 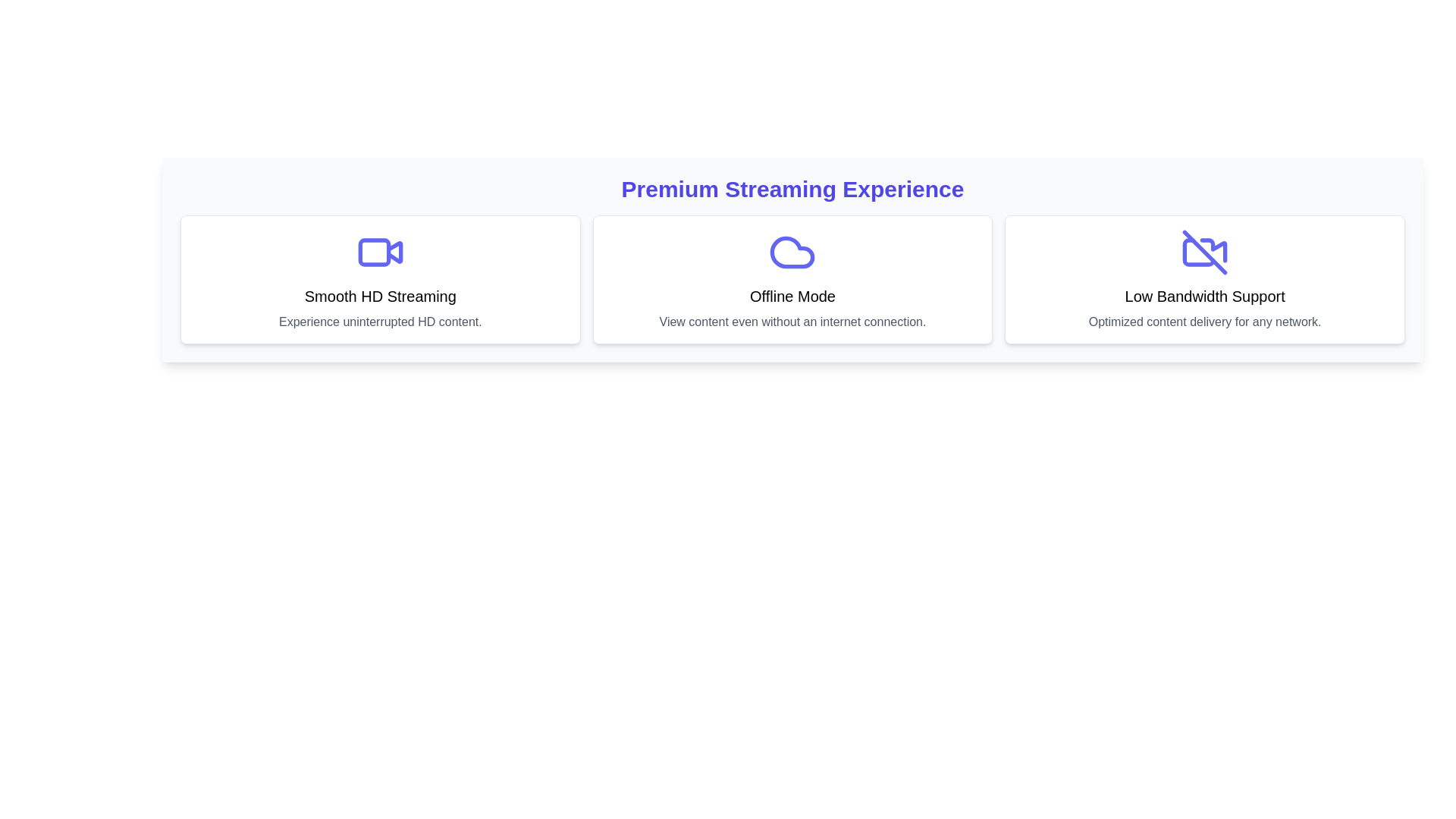 I want to click on the video-related icon that visually supports the 'Smooth HD Streaming' message, located above the text within the card, so click(x=380, y=251).